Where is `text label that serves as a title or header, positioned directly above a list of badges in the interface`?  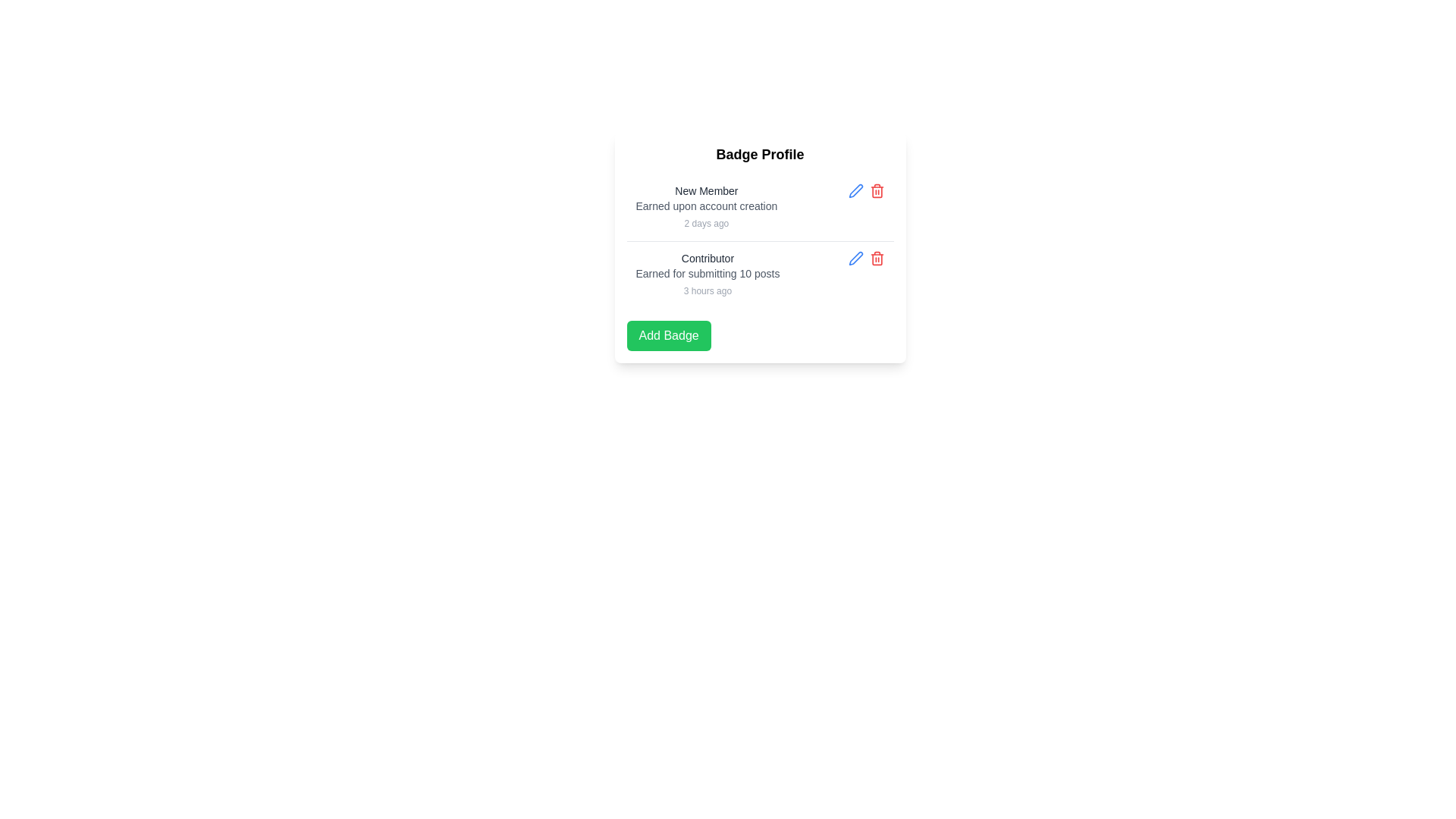 text label that serves as a title or header, positioned directly above a list of badges in the interface is located at coordinates (760, 155).